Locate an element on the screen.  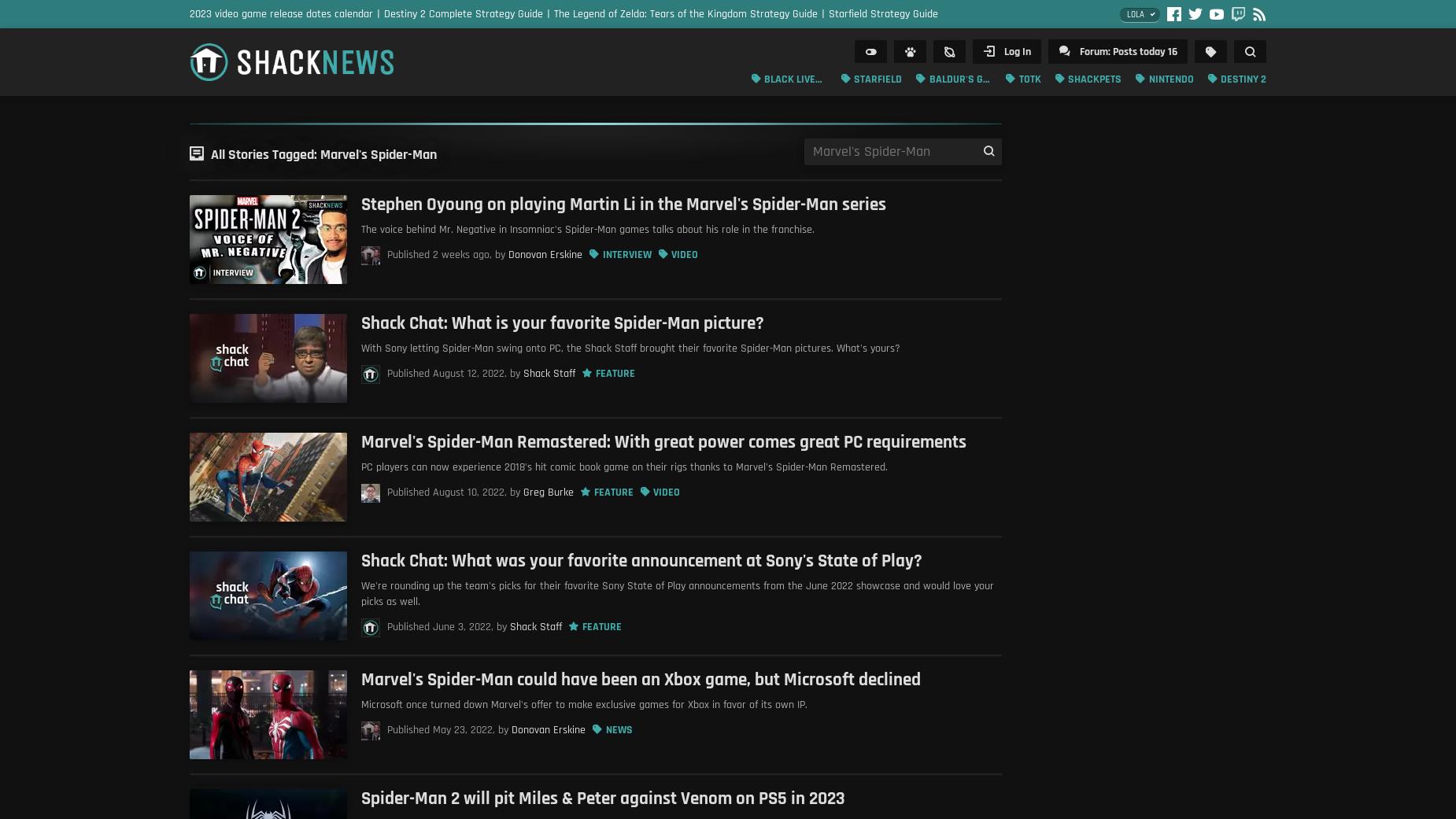
'The voice behind Mr. Negative in Insomniac's Spider-Man games talks about his role in the franchise.' is located at coordinates (588, 227).